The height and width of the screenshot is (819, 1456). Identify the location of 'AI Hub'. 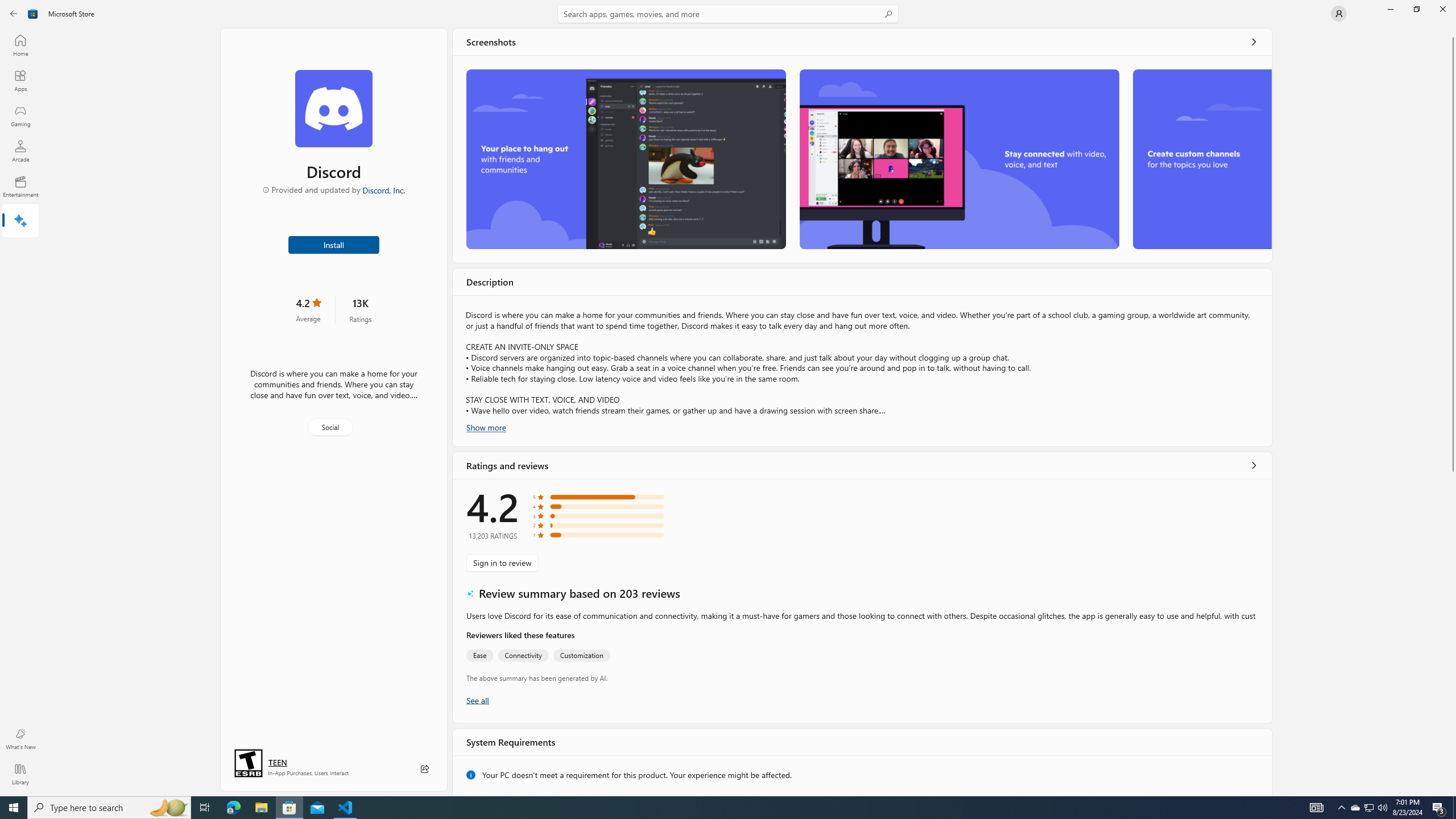
(19, 221).